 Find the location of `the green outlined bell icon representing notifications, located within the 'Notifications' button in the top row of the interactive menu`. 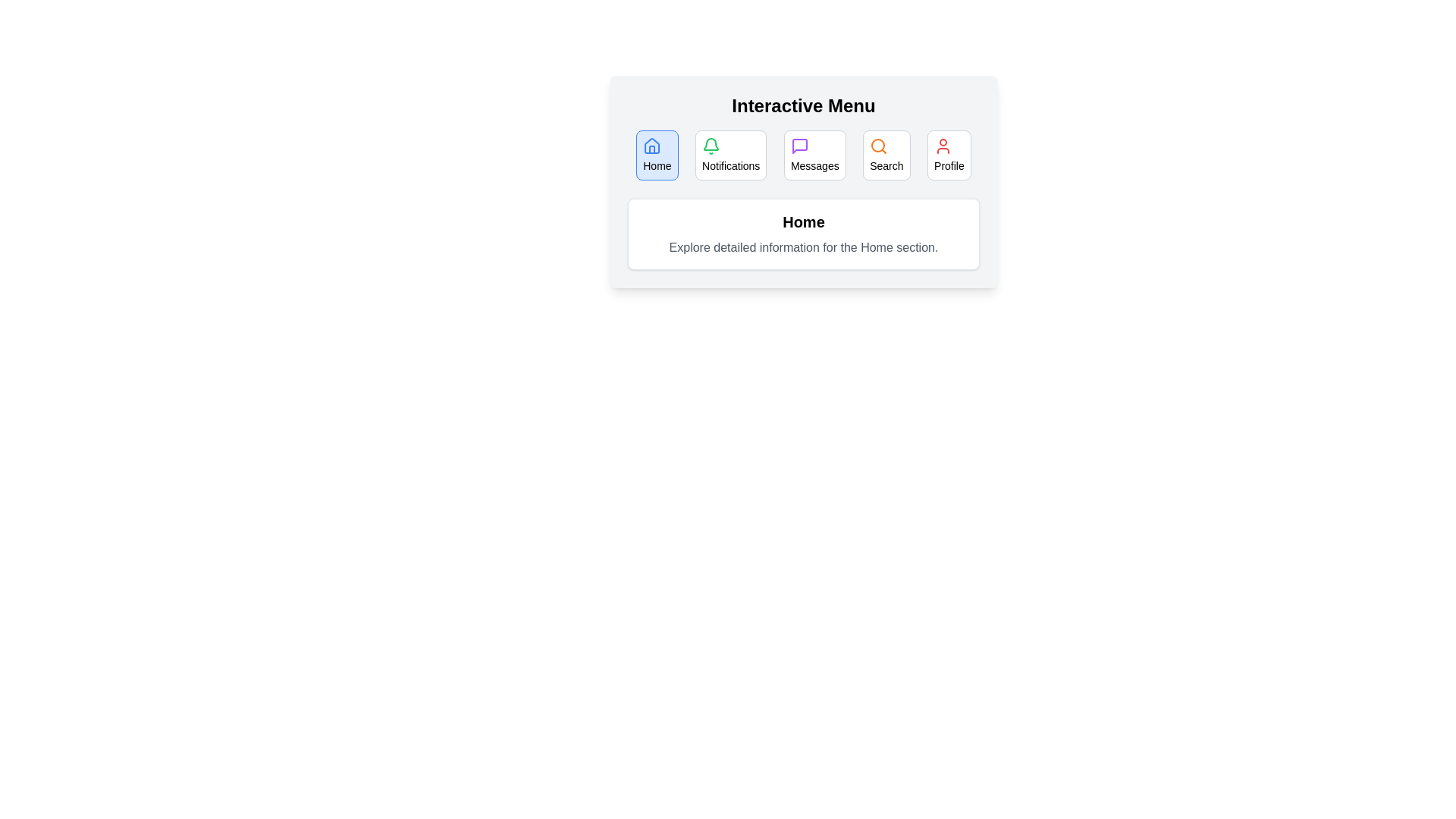

the green outlined bell icon representing notifications, located within the 'Notifications' button in the top row of the interactive menu is located at coordinates (711, 146).